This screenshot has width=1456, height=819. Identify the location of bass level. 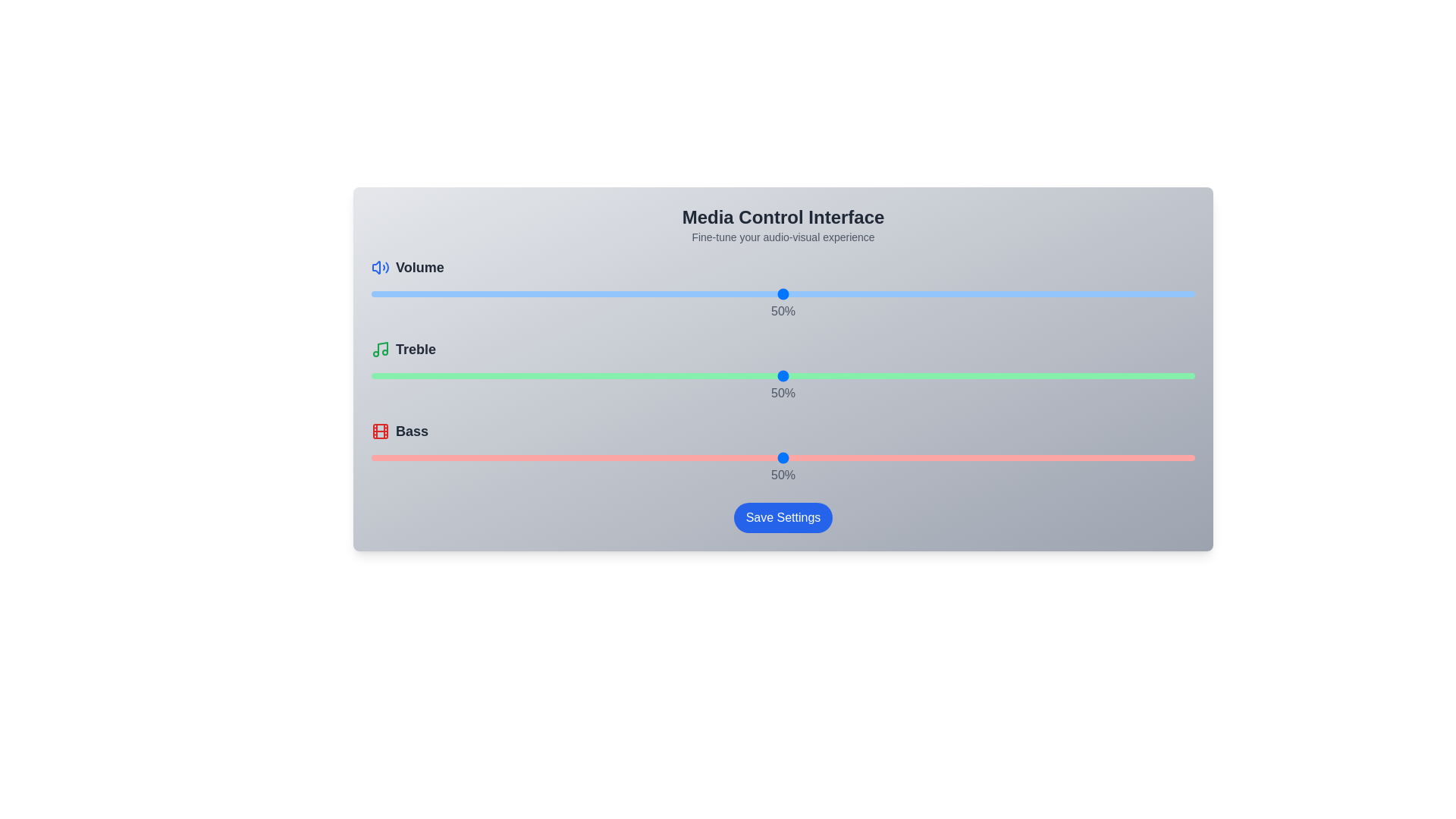
(857, 457).